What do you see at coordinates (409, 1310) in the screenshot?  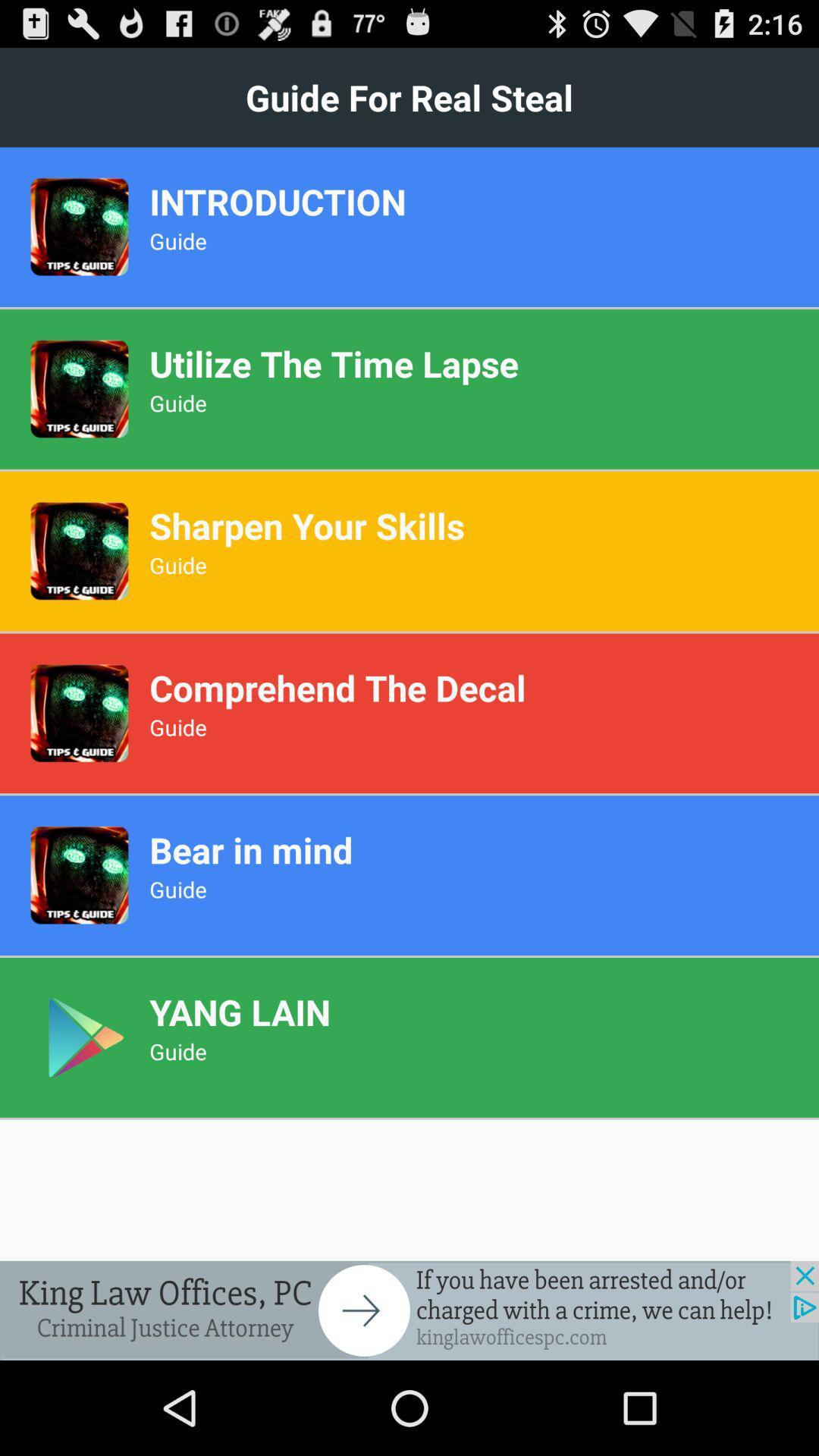 I see `go forward/ go to advertisement website/app` at bounding box center [409, 1310].